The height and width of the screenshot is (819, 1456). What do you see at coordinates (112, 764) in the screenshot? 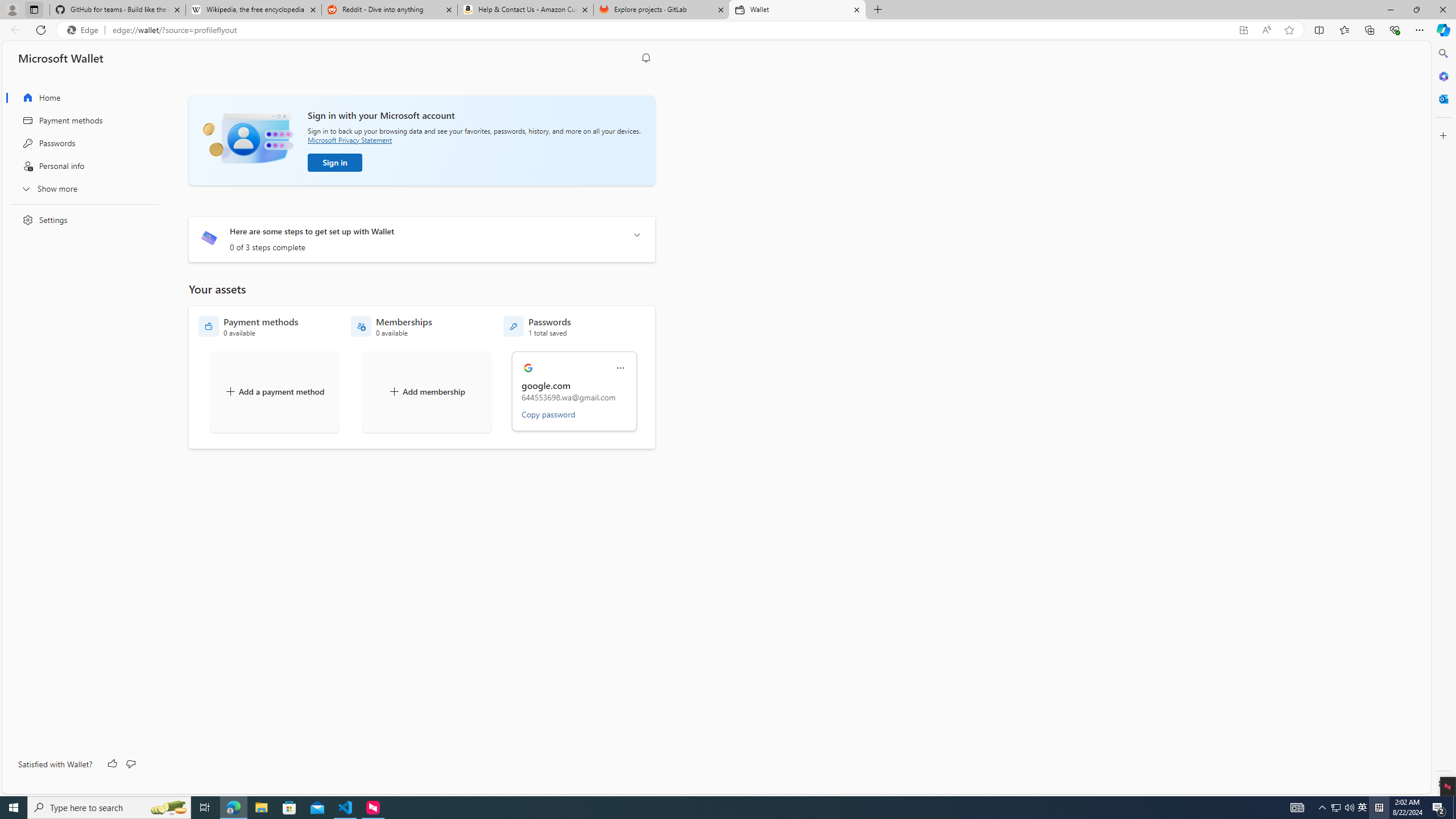
I see `'Like'` at bounding box center [112, 764].